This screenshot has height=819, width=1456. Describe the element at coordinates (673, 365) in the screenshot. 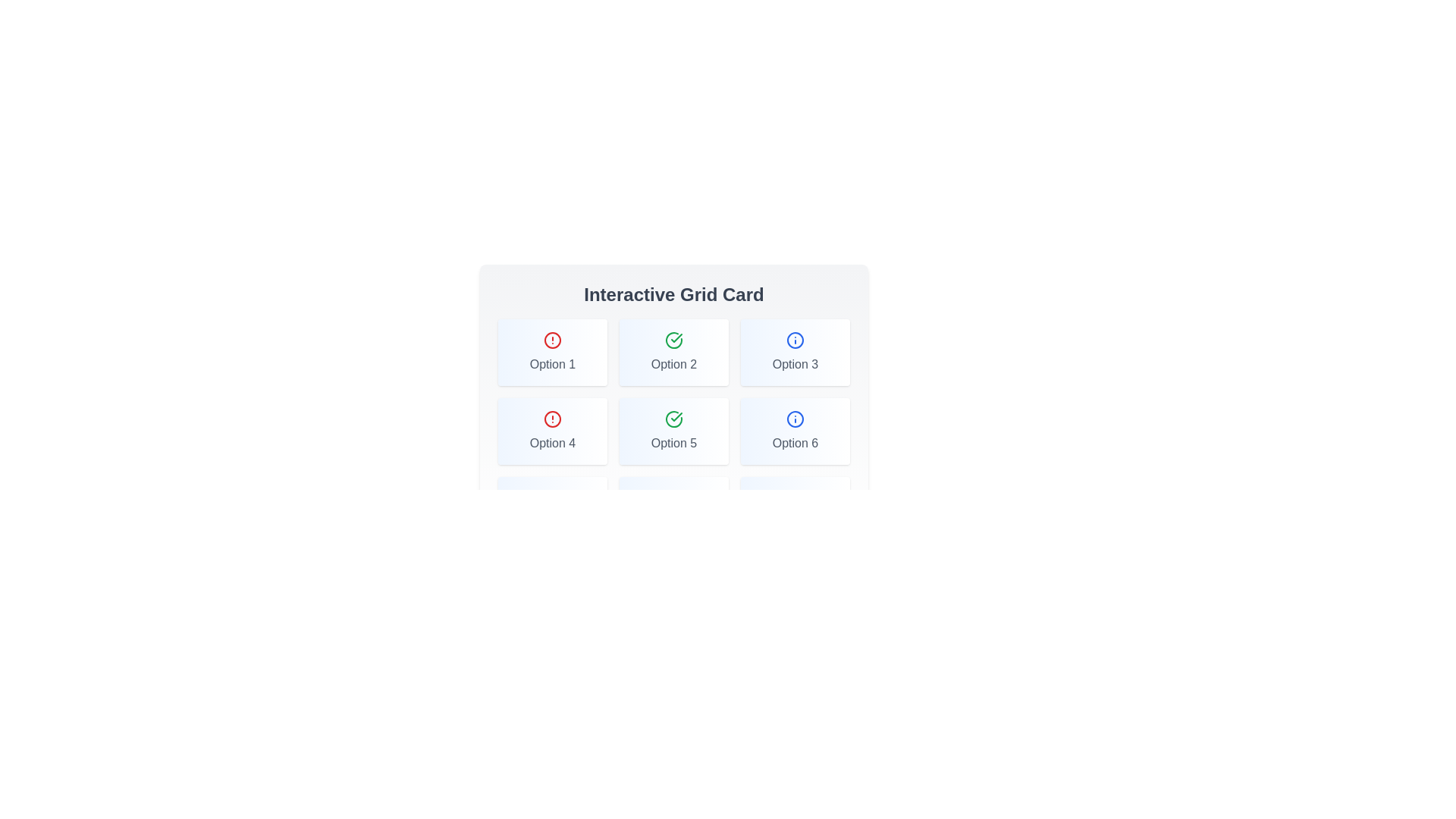

I see `the text label located in the second card of a 3x2 grid layout, positioned below a check mark icon` at that location.